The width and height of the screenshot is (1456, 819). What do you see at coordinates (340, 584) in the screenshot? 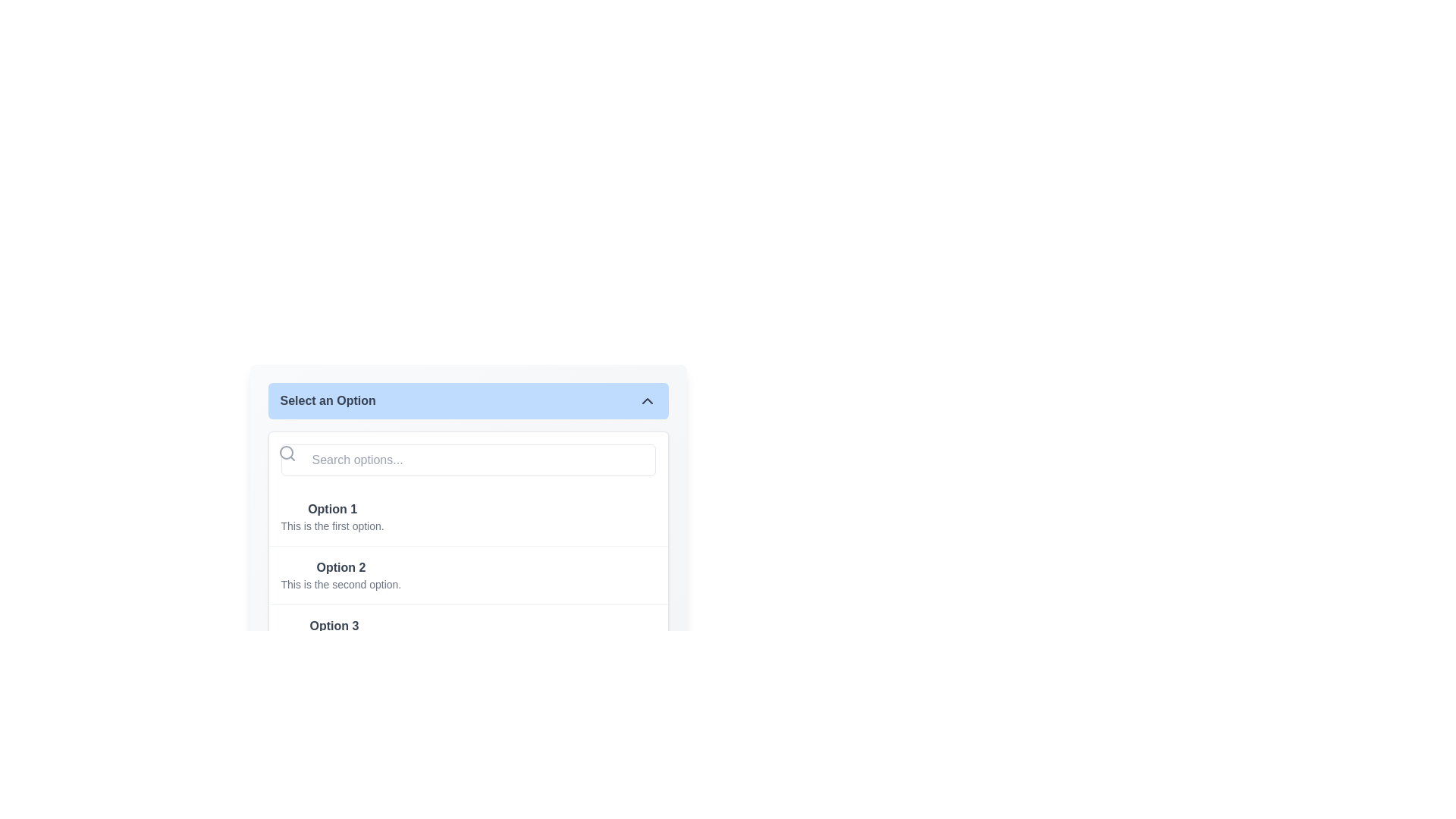
I see `the descriptive text that reads 'This is the second option.' styled in gray, located below the heading 'Option 2' in the dropdown menu` at bounding box center [340, 584].